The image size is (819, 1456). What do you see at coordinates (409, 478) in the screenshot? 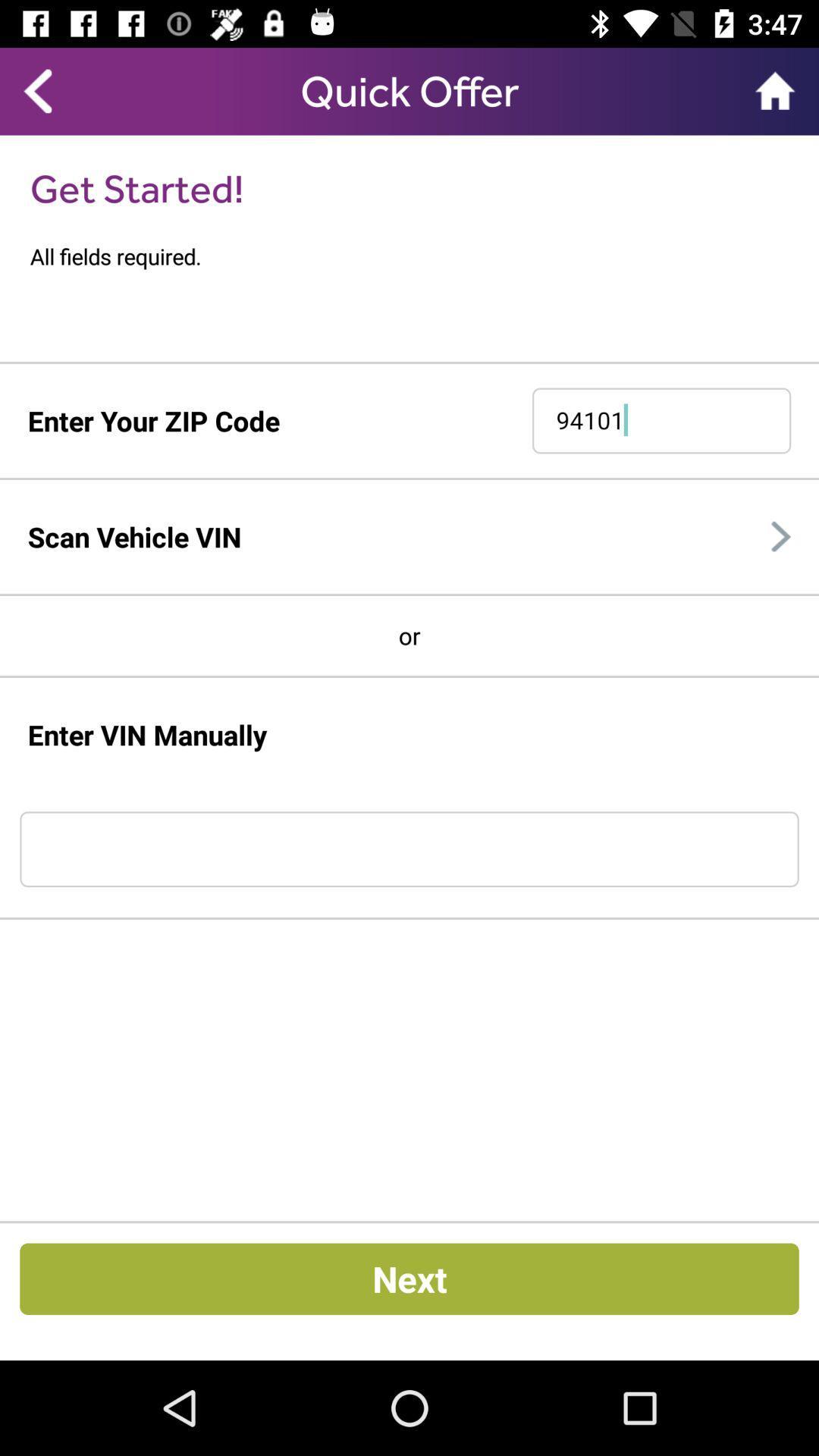
I see `the icon above the scan vehicle vin` at bounding box center [409, 478].